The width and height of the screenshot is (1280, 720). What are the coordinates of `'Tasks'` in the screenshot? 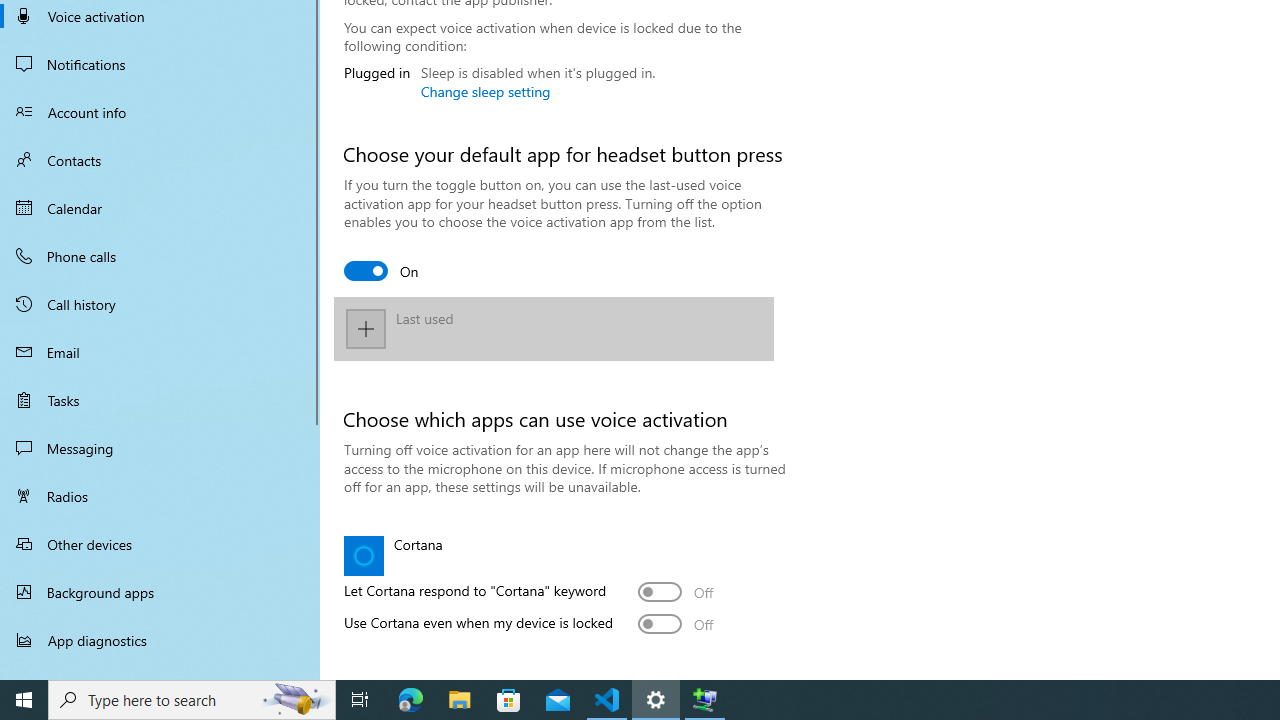 It's located at (160, 399).